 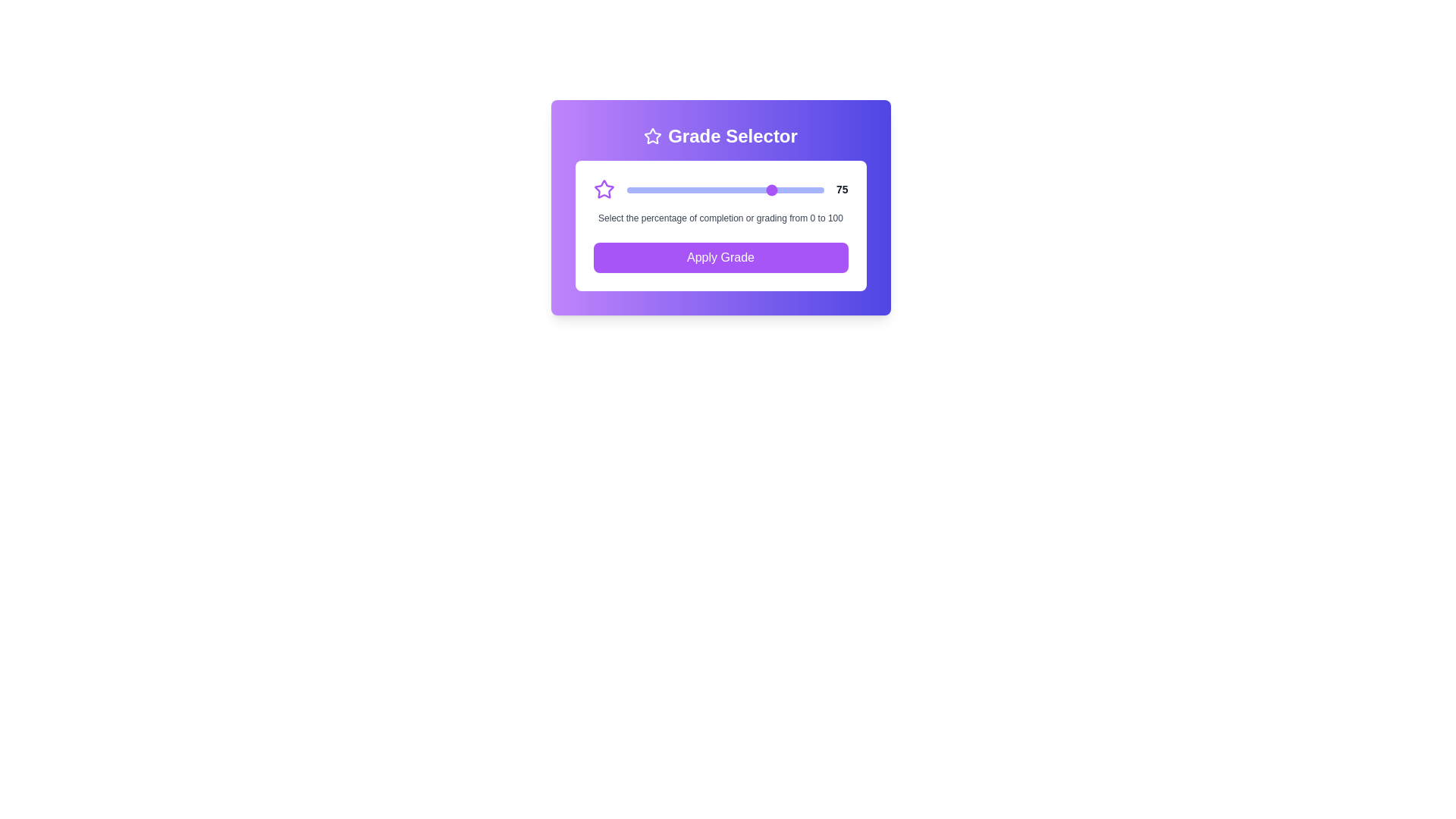 What do you see at coordinates (664, 189) in the screenshot?
I see `the slider` at bounding box center [664, 189].